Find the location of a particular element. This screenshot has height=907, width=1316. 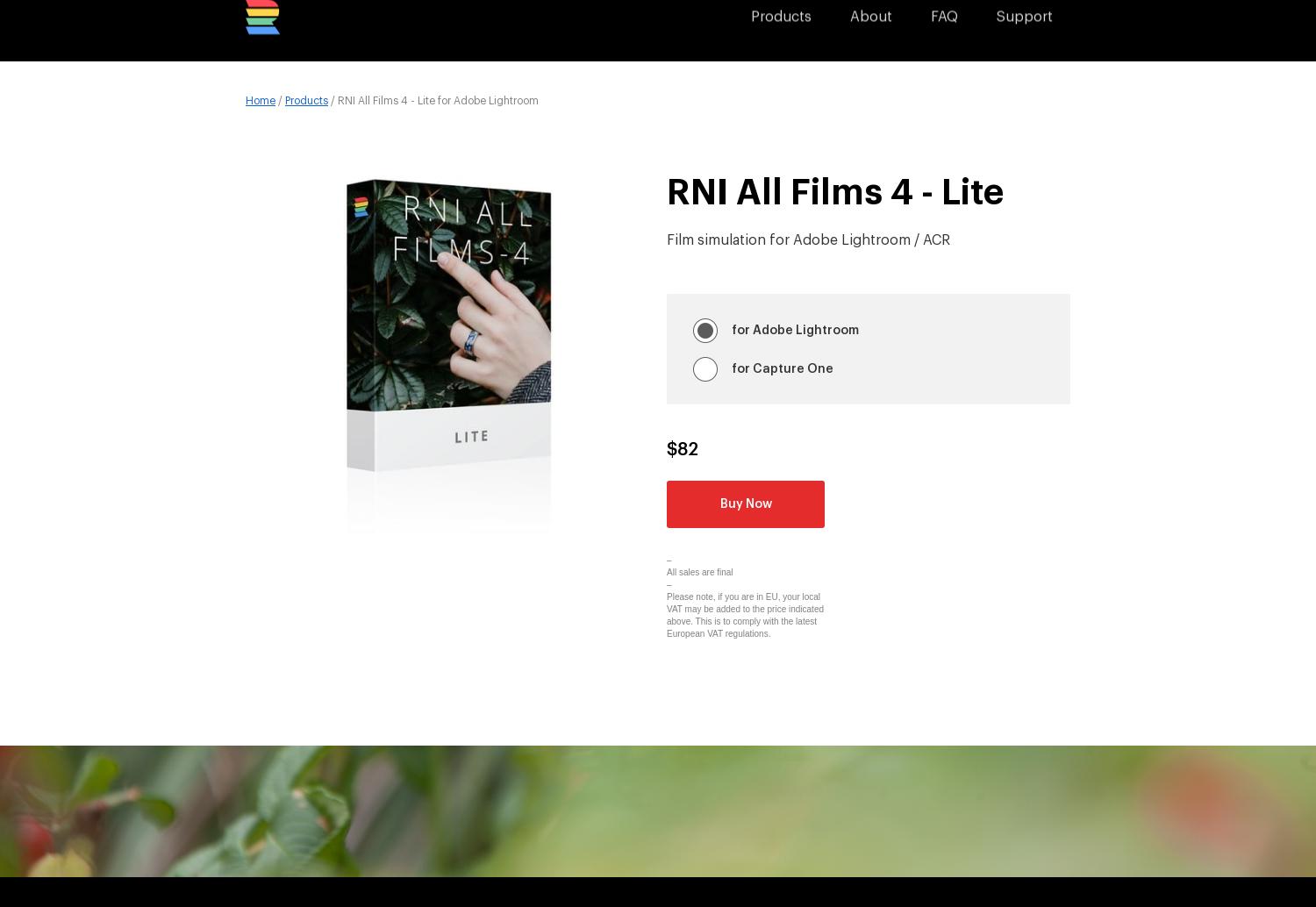

'/ RNI All Films 4 - Lite for Adobe Lightroom' is located at coordinates (326, 100).